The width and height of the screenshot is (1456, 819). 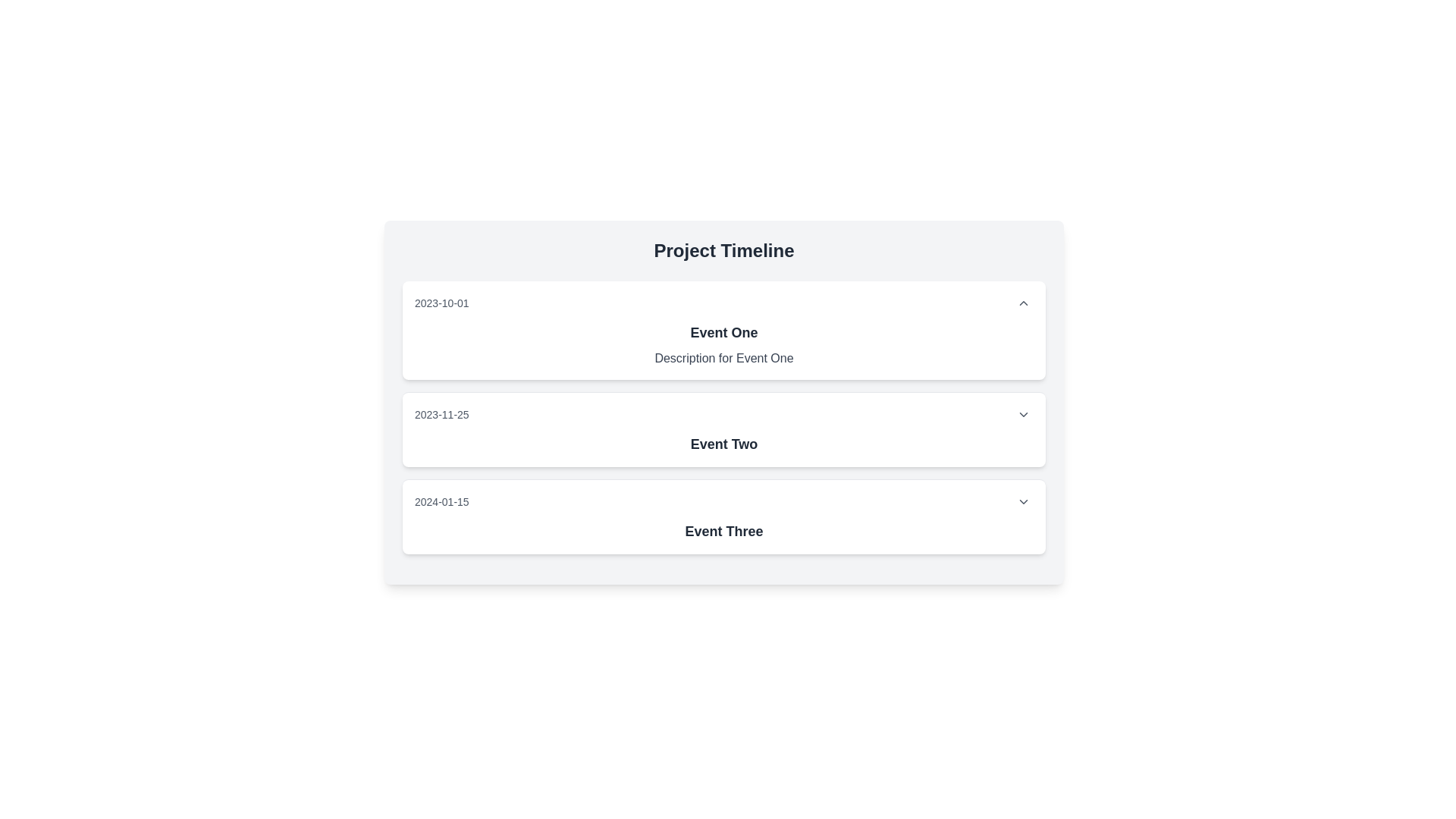 What do you see at coordinates (723, 415) in the screenshot?
I see `the selectable item displaying the date for 'Event Two'` at bounding box center [723, 415].